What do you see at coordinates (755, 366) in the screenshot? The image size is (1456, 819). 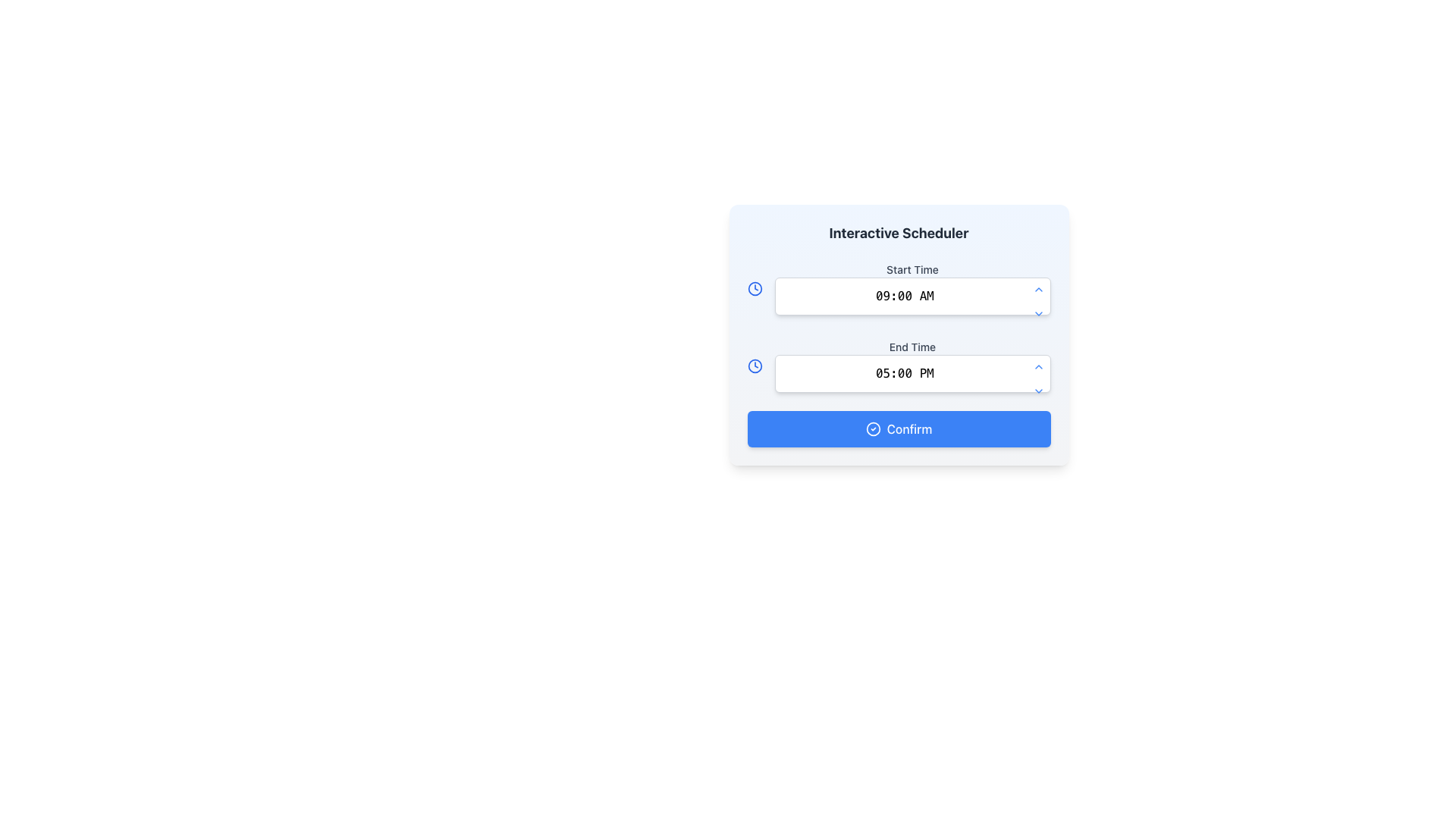 I see `the clock icon which serves as a visual indicator for the 'End Time' field, located to the left of the 'End Time' label and input field` at bounding box center [755, 366].